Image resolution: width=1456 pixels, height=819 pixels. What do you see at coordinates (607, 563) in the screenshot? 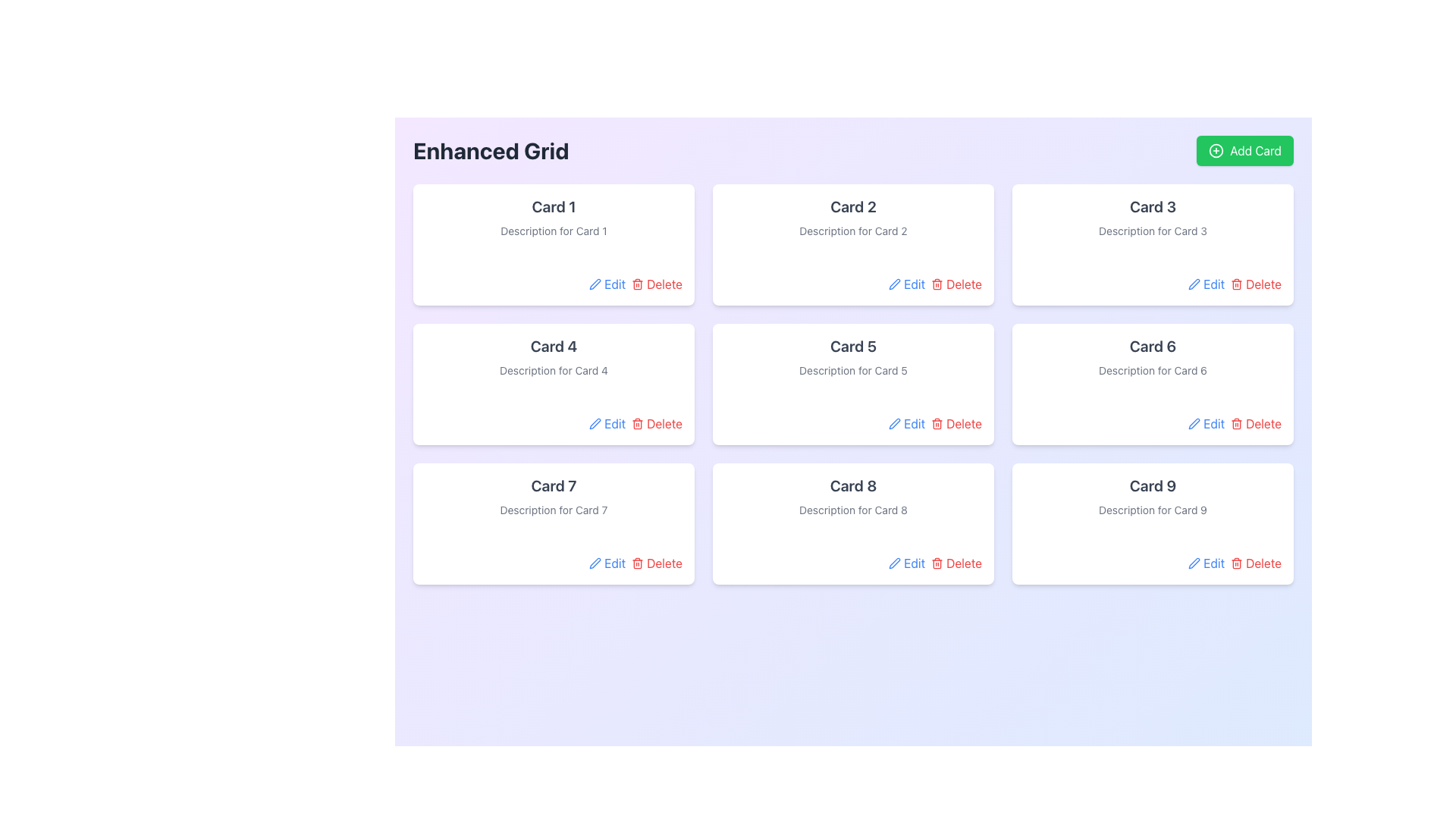
I see `the 'Edit' button with an accompanying icon located at the bottom-left corner of 'Card 7' to change its color` at bounding box center [607, 563].